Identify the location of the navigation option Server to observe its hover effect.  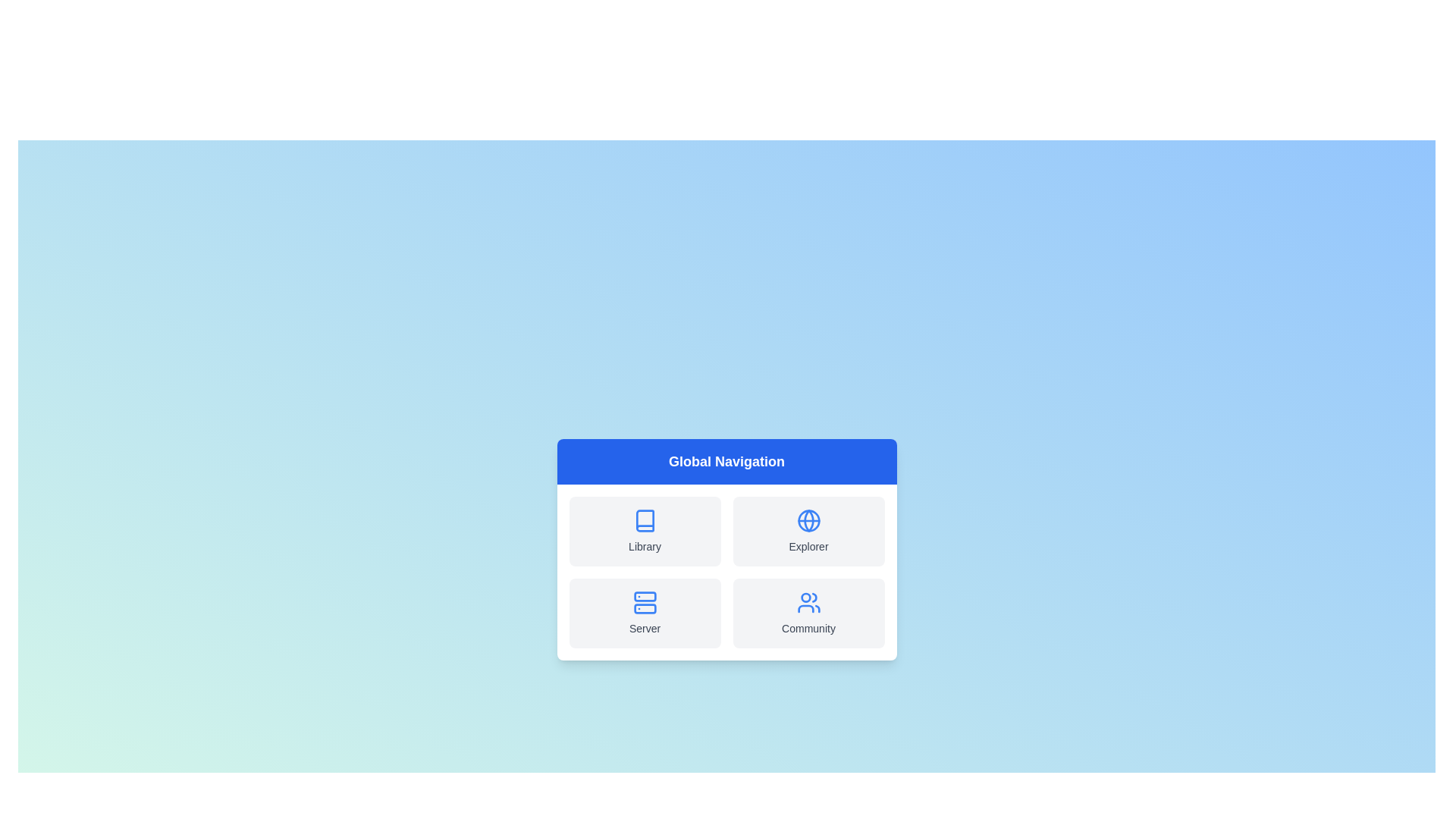
(645, 613).